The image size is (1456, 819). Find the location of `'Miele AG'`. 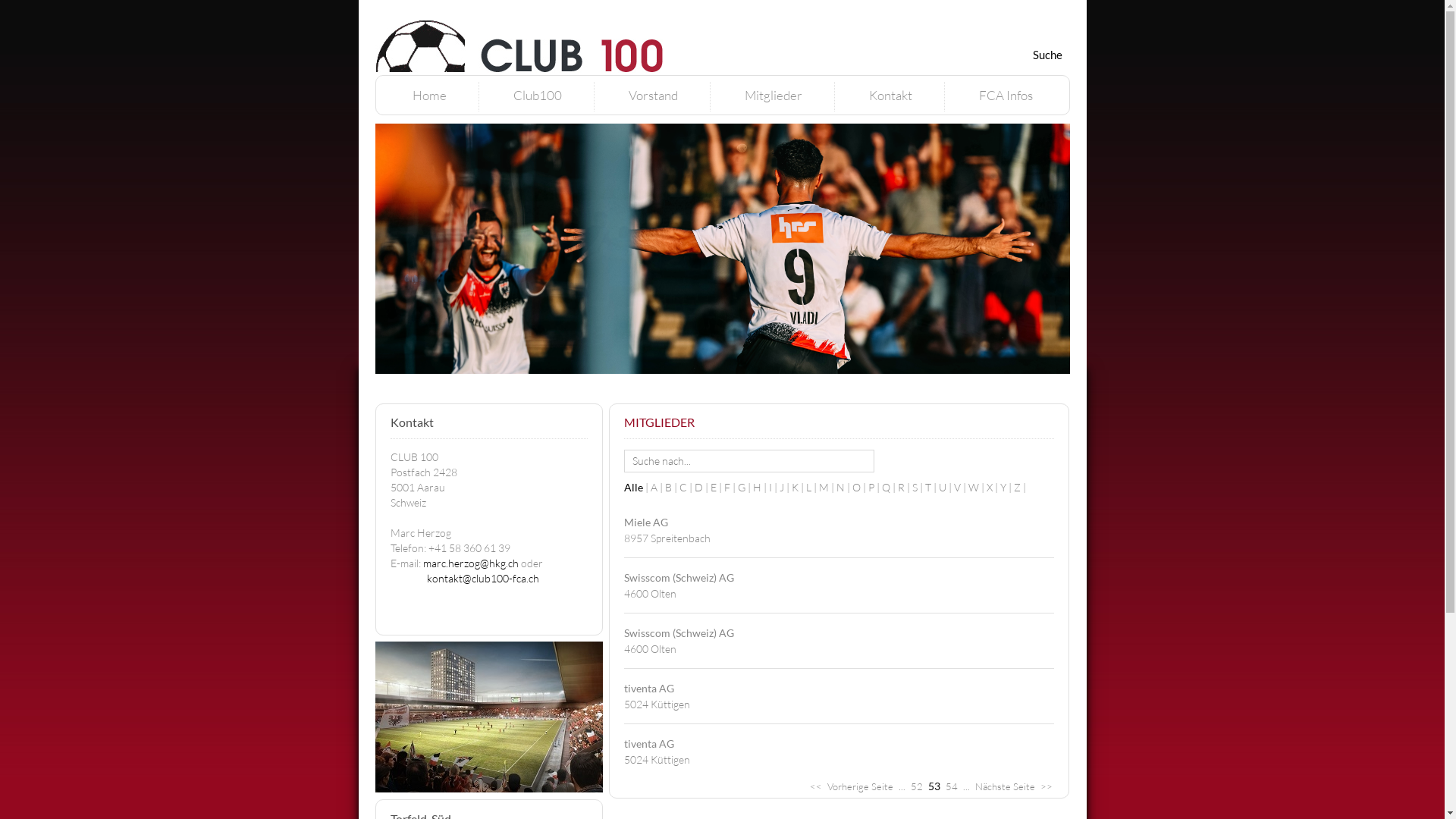

'Miele AG' is located at coordinates (645, 521).